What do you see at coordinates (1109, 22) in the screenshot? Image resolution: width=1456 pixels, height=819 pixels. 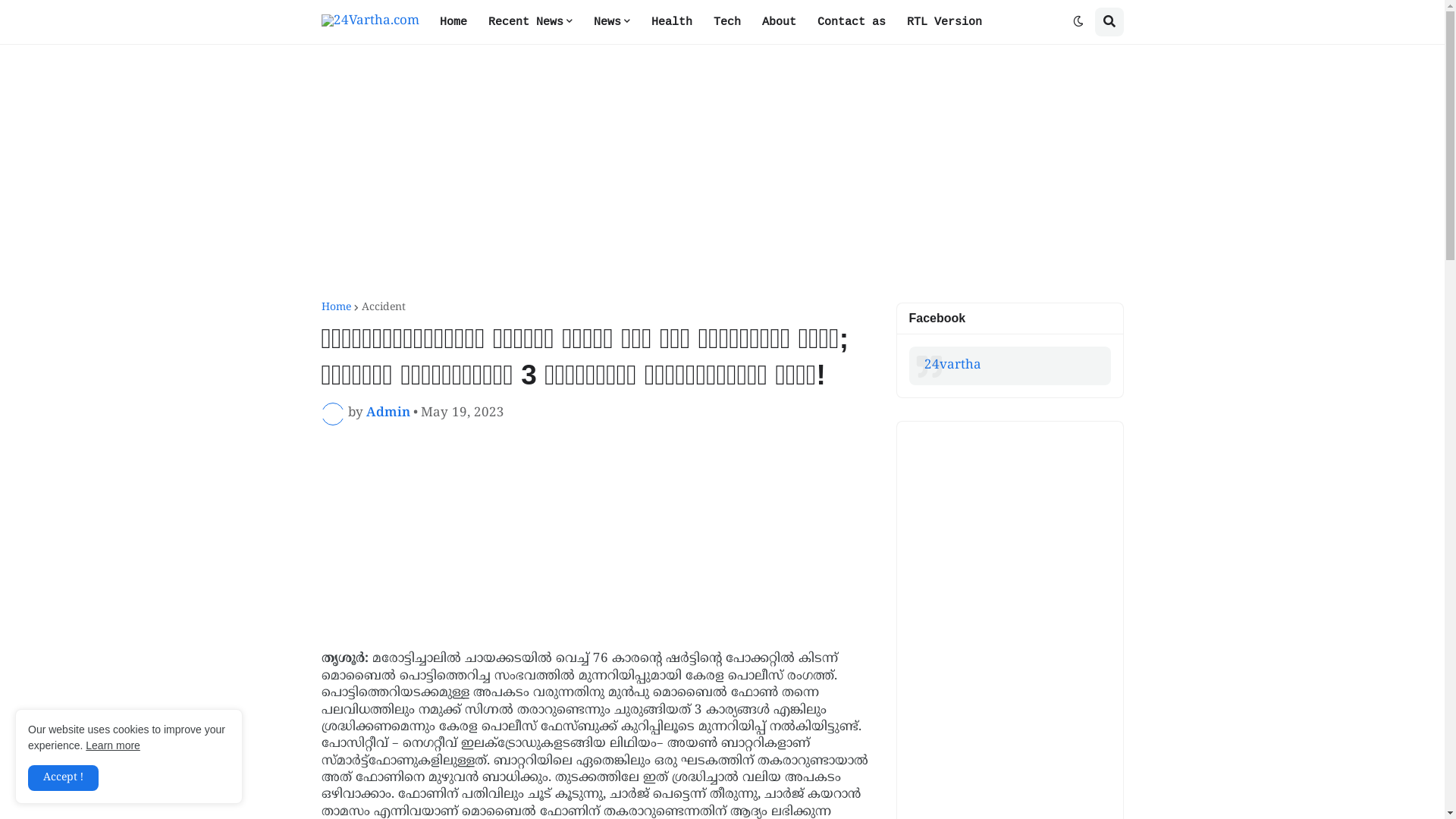 I see `'Search'` at bounding box center [1109, 22].